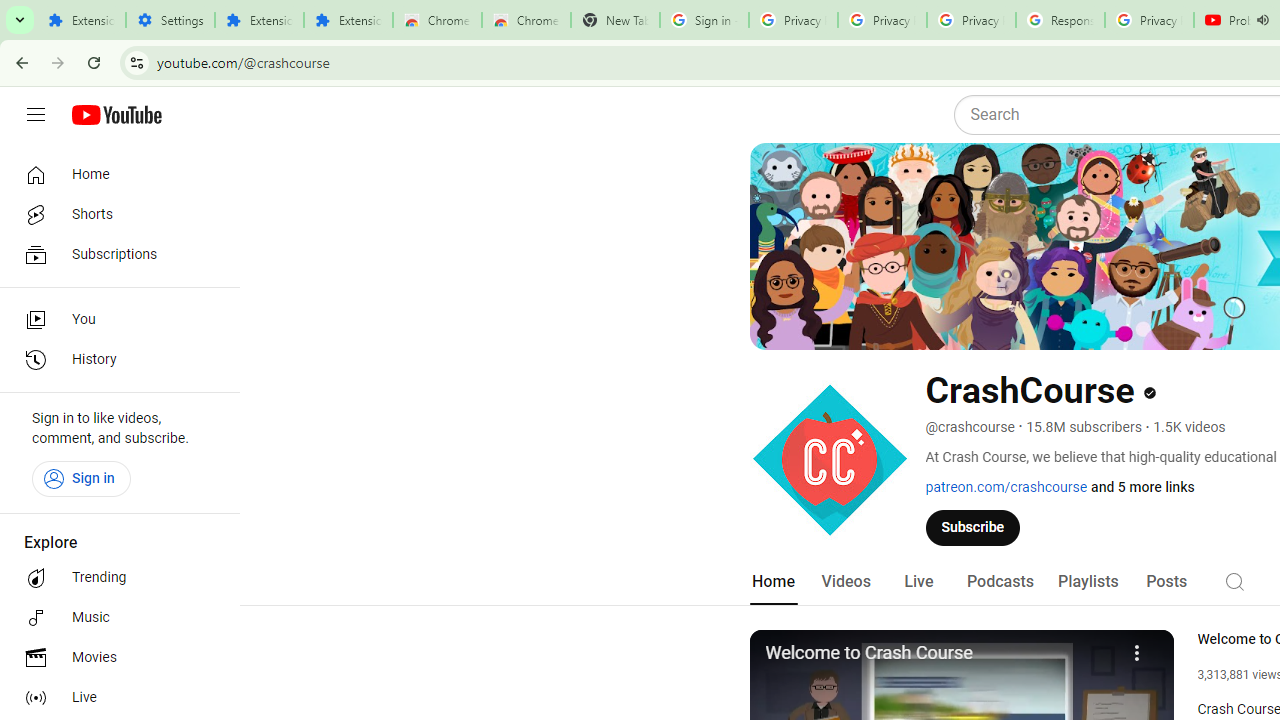  What do you see at coordinates (938, 654) in the screenshot?
I see `'Welcome to Crash Course'` at bounding box center [938, 654].